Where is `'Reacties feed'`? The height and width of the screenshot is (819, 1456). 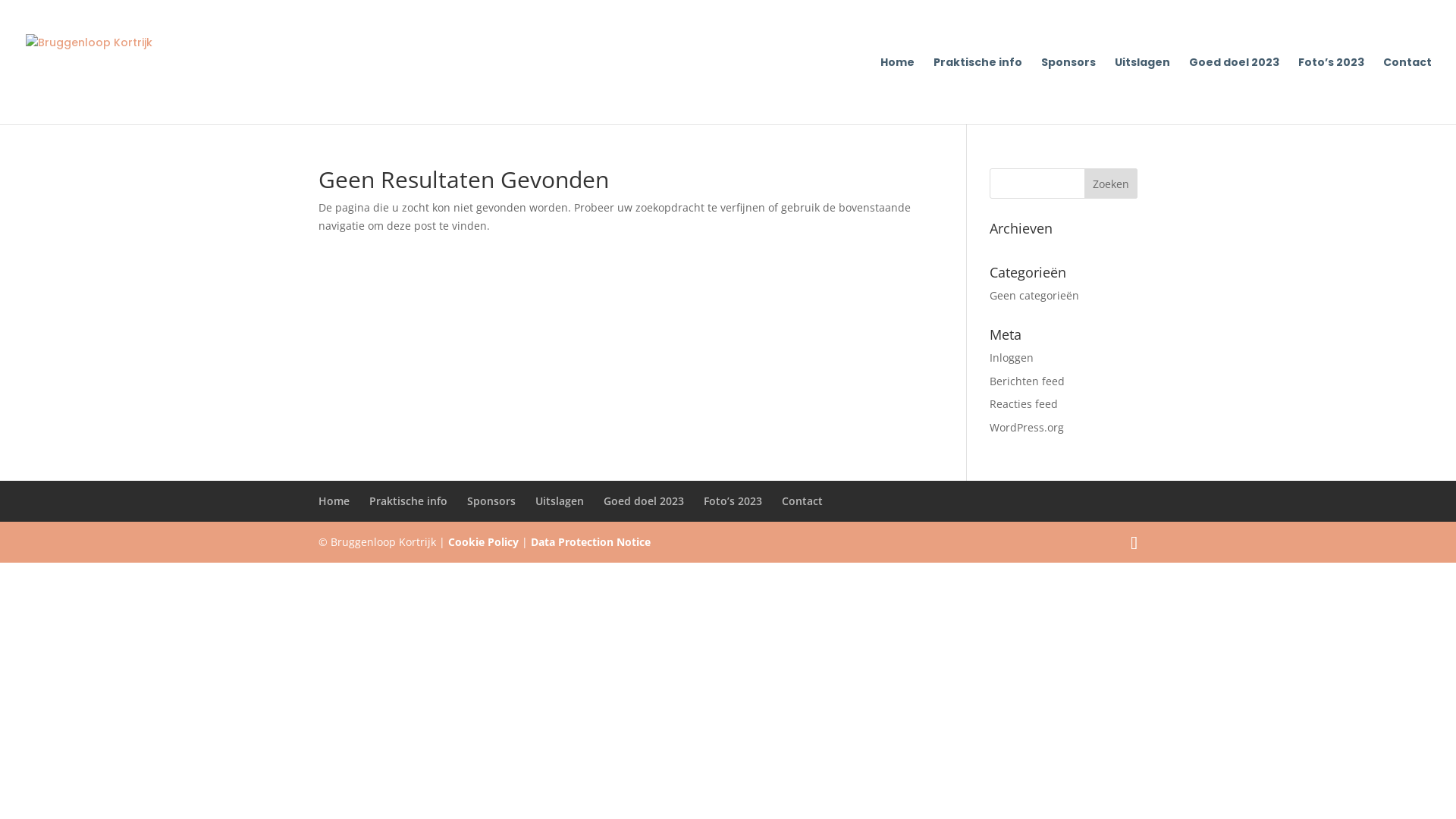
'Reacties feed' is located at coordinates (1023, 403).